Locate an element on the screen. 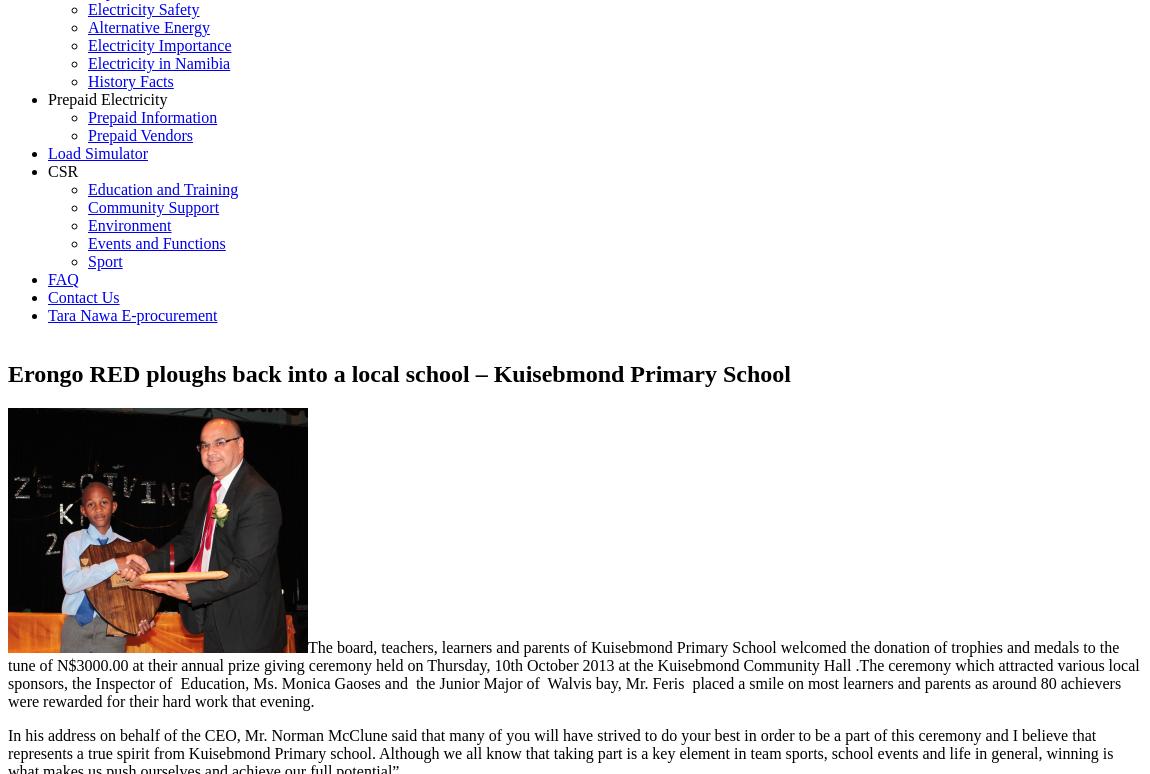 The image size is (1150, 774). 'Education and Training' is located at coordinates (161, 189).